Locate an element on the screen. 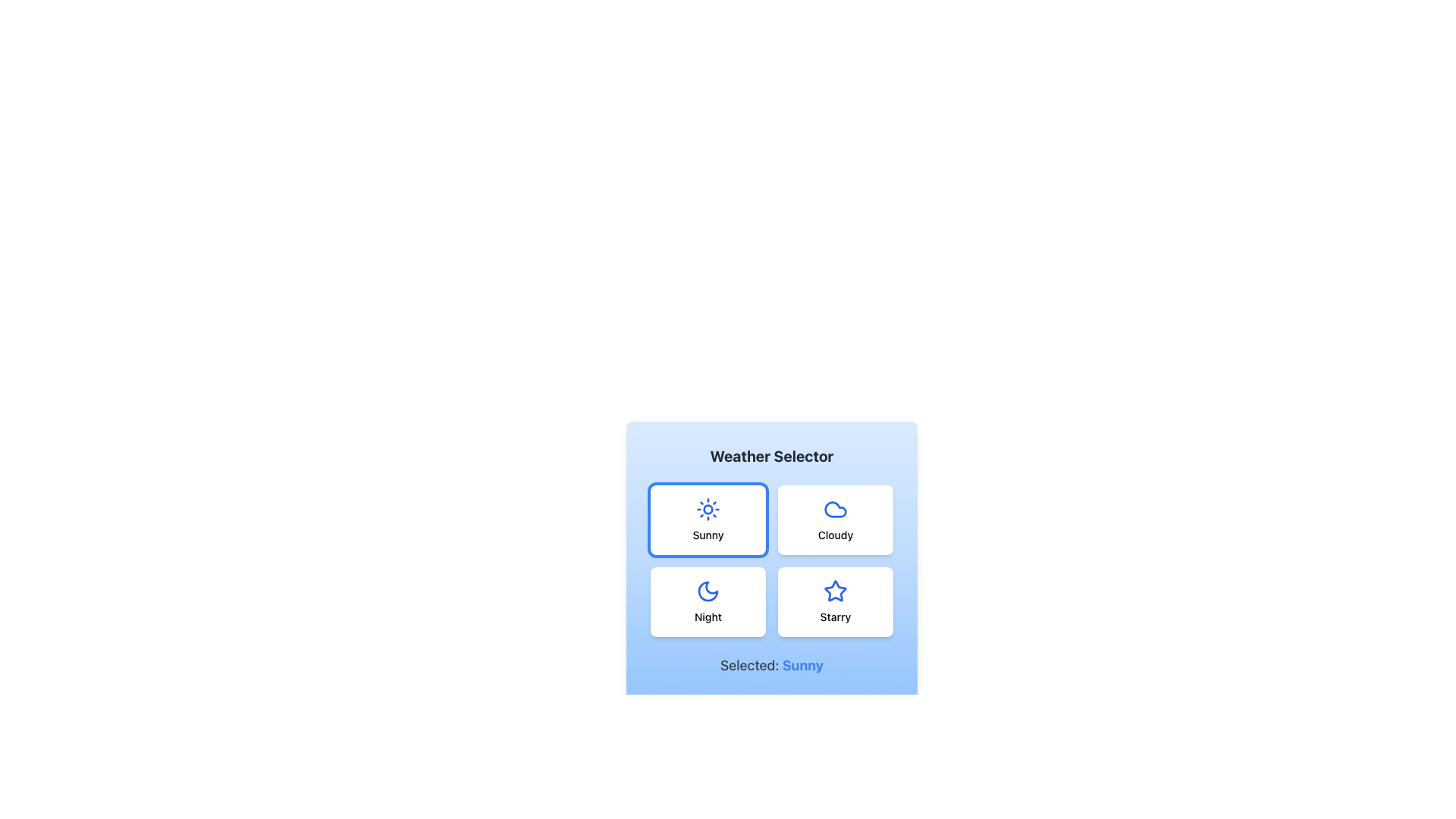 This screenshot has width=1456, height=819. the static text header indicating the purpose of the interface for selecting weather-related options, which is centrally aligned at the top of the weather selection interface is located at coordinates (771, 455).